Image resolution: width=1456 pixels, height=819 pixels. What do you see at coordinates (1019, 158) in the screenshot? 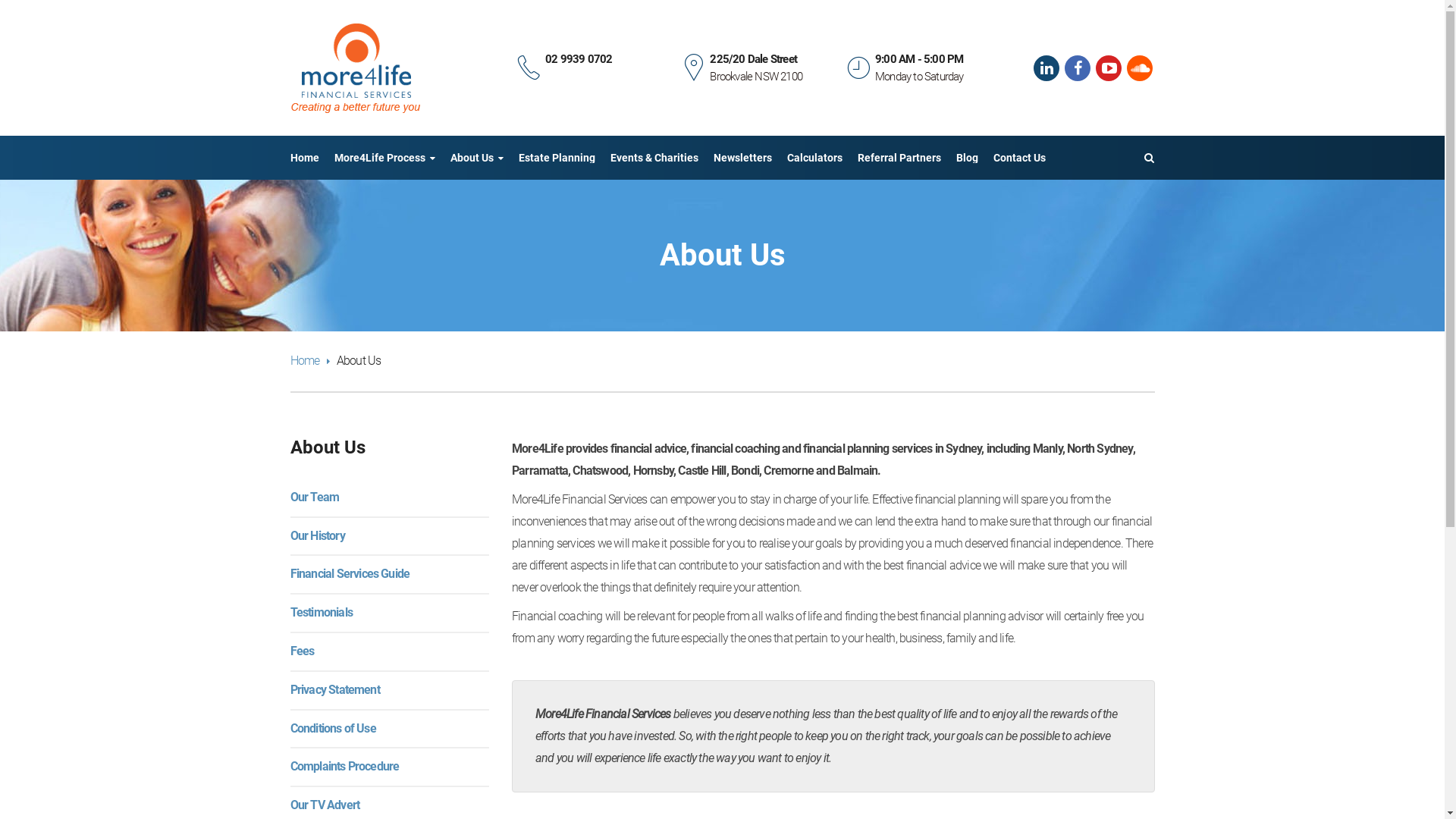
I see `'Contact Us'` at bounding box center [1019, 158].